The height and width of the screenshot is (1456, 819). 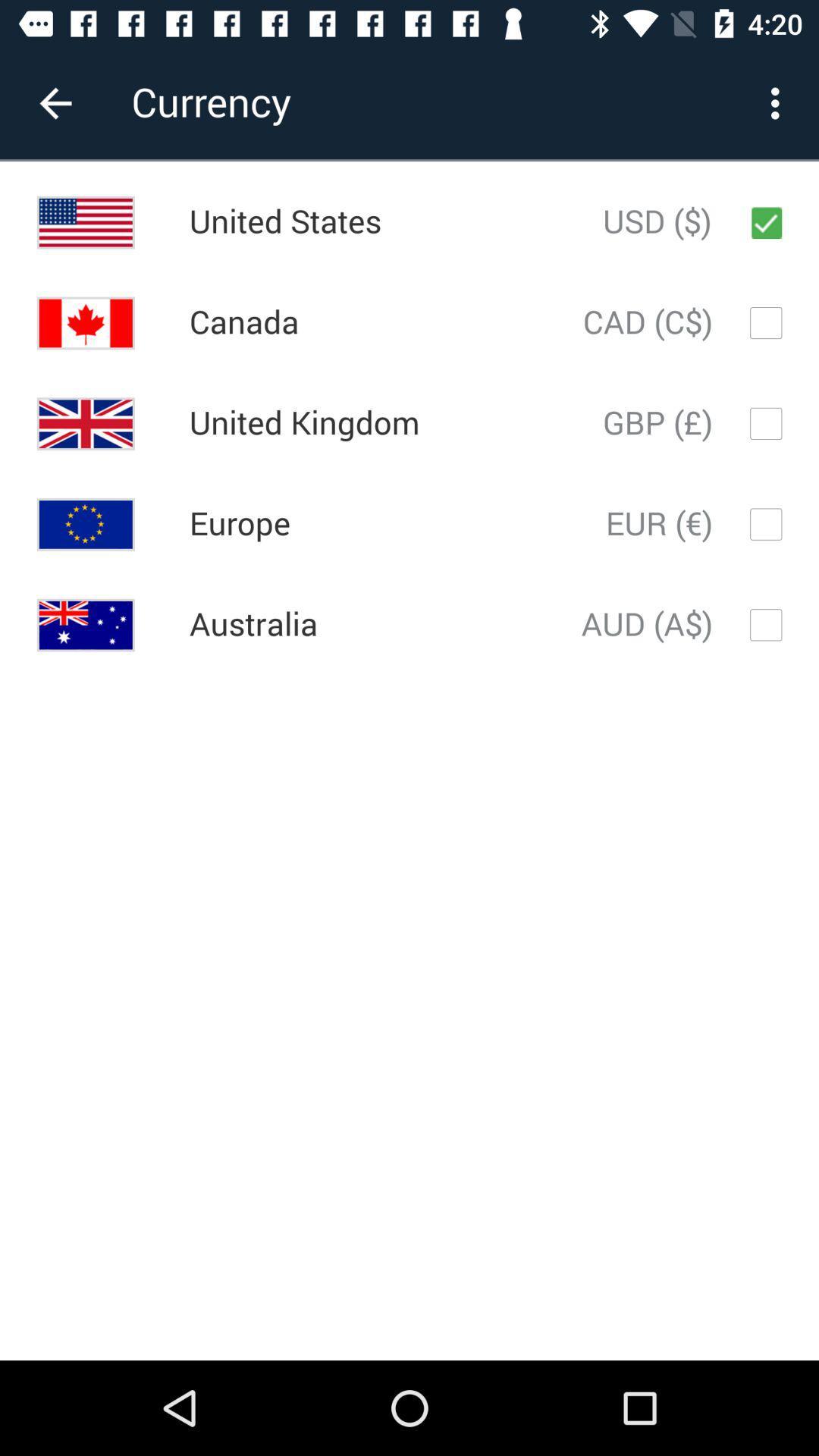 What do you see at coordinates (55, 102) in the screenshot?
I see `the item to the left of currency item` at bounding box center [55, 102].